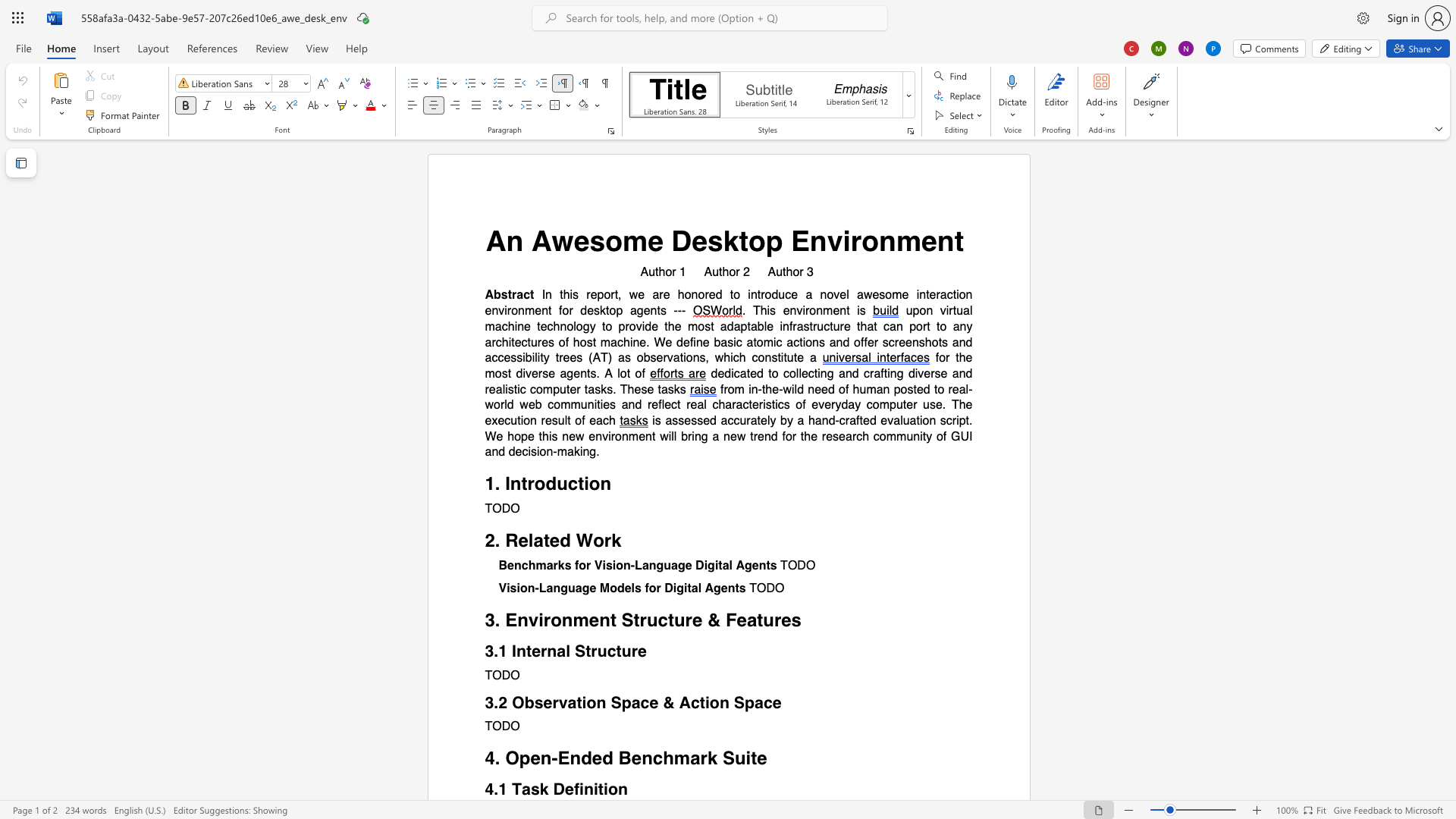 The height and width of the screenshot is (819, 1456). Describe the element at coordinates (690, 588) in the screenshot. I see `the subset text "al Agent" within the text "Vision-Language Models for Digital Agents"` at that location.